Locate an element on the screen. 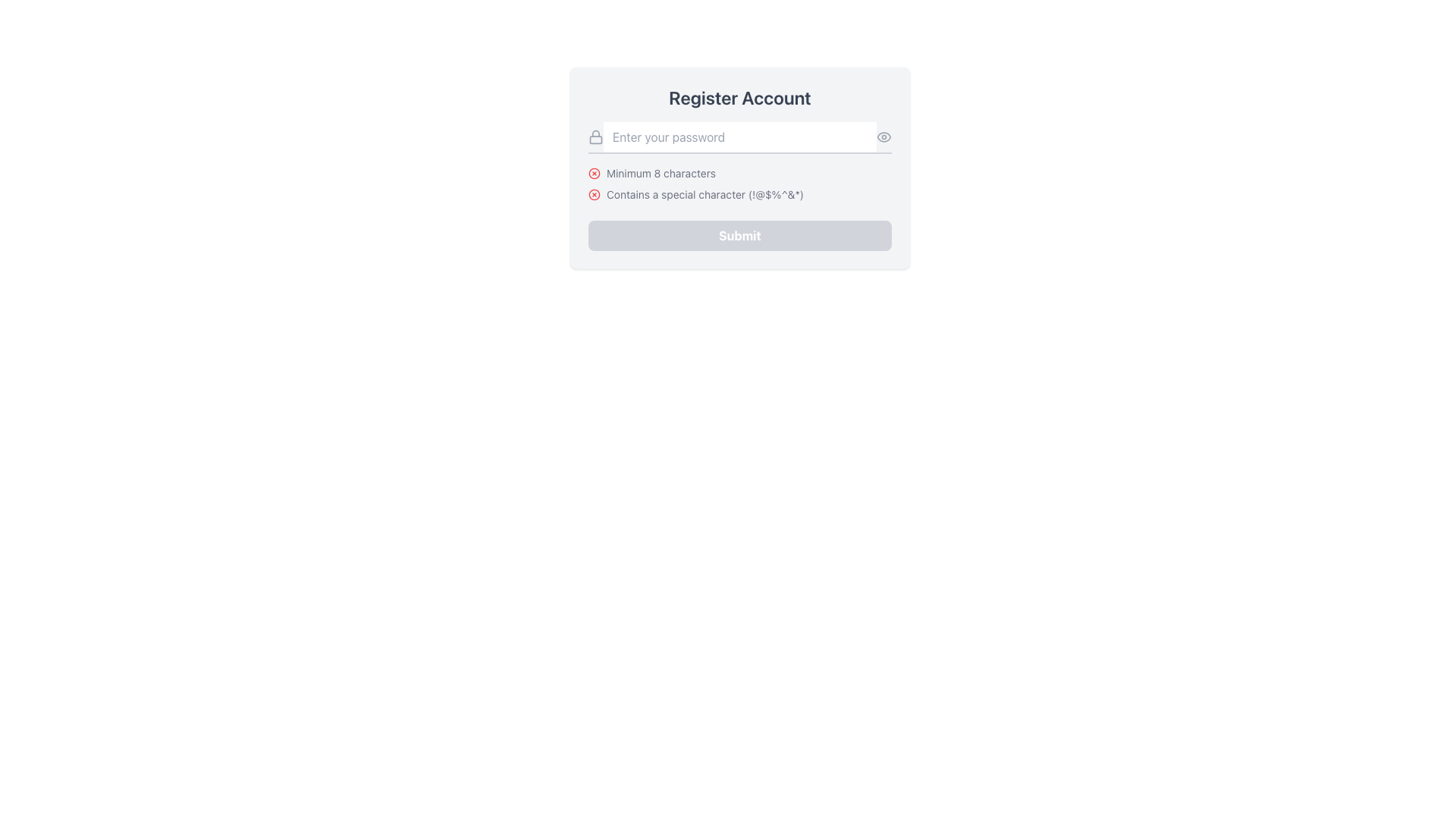  the password requirement feedback message indicating a minimum of 8 characters, located below the password entry input field is located at coordinates (739, 172).